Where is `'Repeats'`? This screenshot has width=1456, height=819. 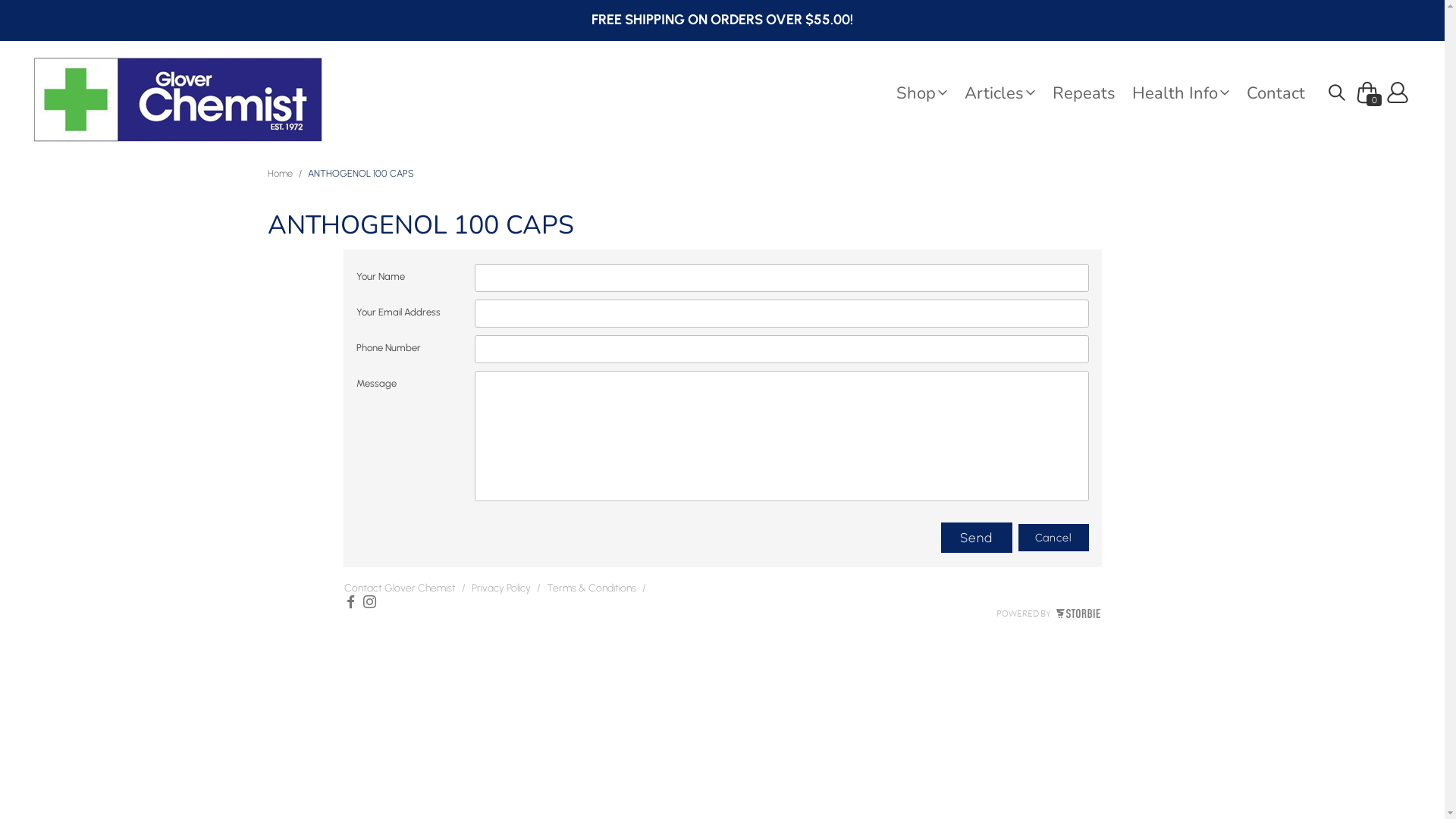 'Repeats' is located at coordinates (1092, 93).